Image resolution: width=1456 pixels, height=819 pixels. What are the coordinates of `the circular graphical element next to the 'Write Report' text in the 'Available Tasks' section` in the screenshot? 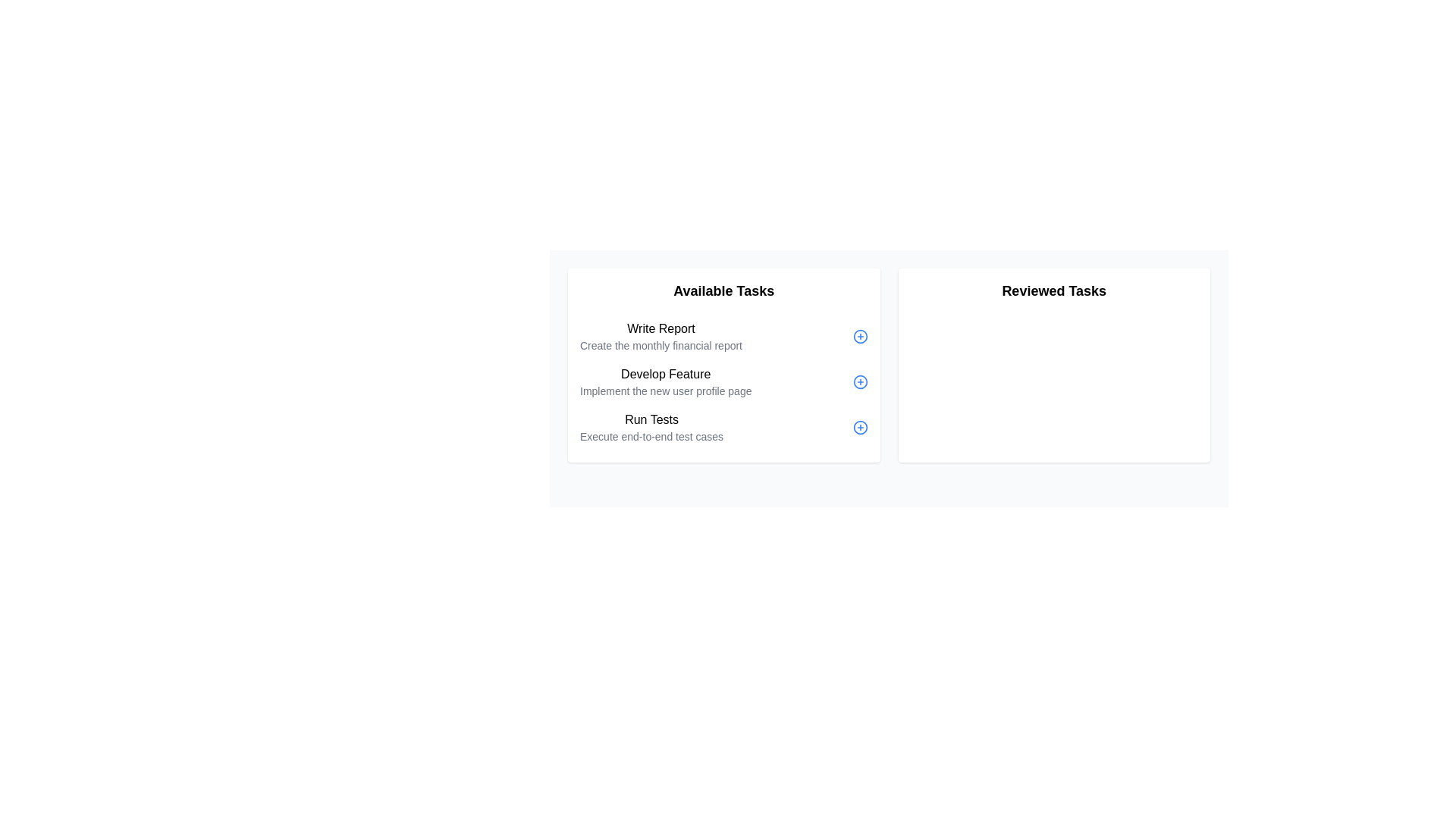 It's located at (860, 335).